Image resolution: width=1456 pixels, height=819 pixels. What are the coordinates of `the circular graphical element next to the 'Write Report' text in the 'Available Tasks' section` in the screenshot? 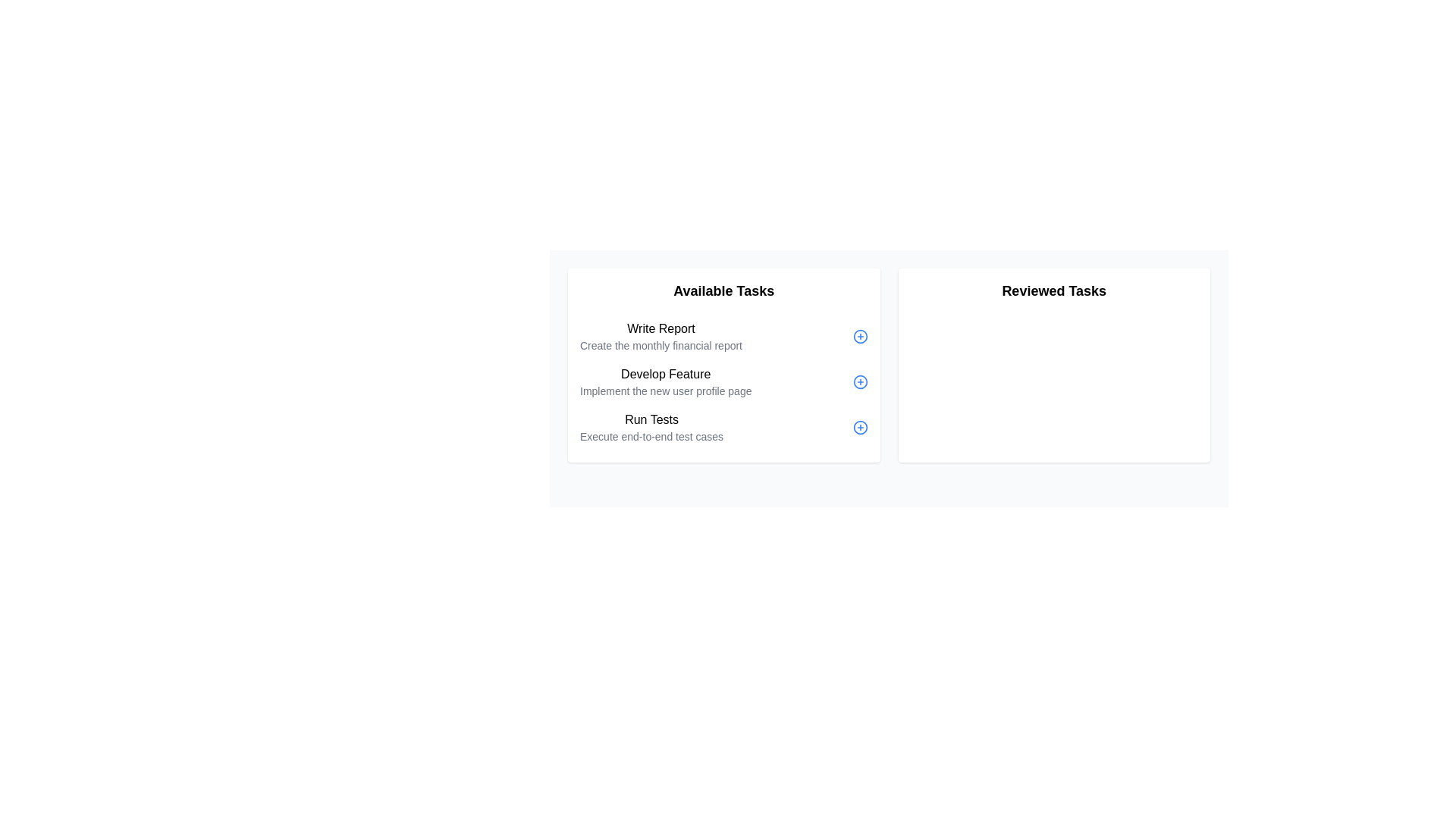 It's located at (860, 335).